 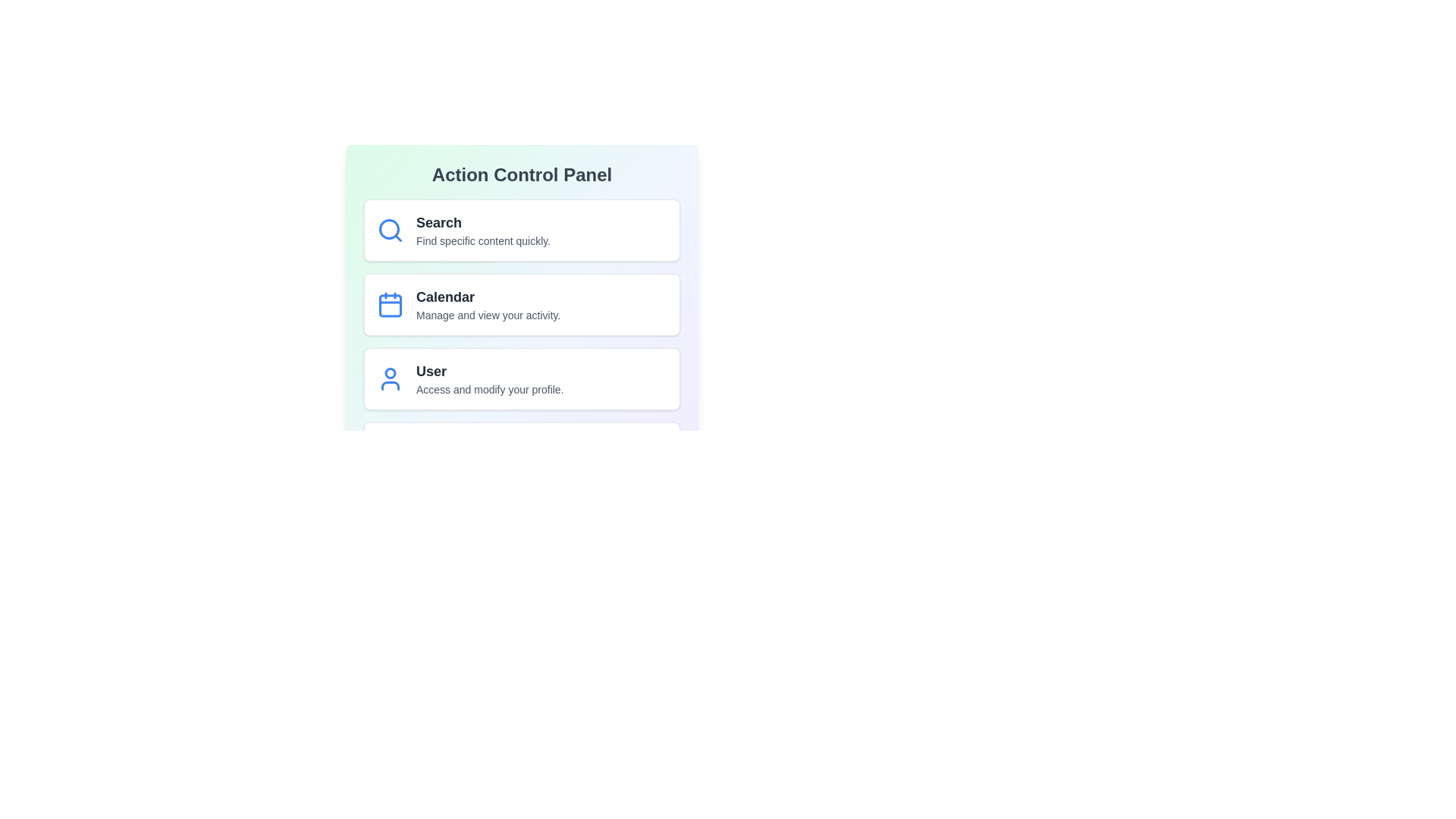 I want to click on the text label titled 'Action Control Panel', which is displayed in a bold and large font at the top center of the card-like section, so click(x=522, y=174).